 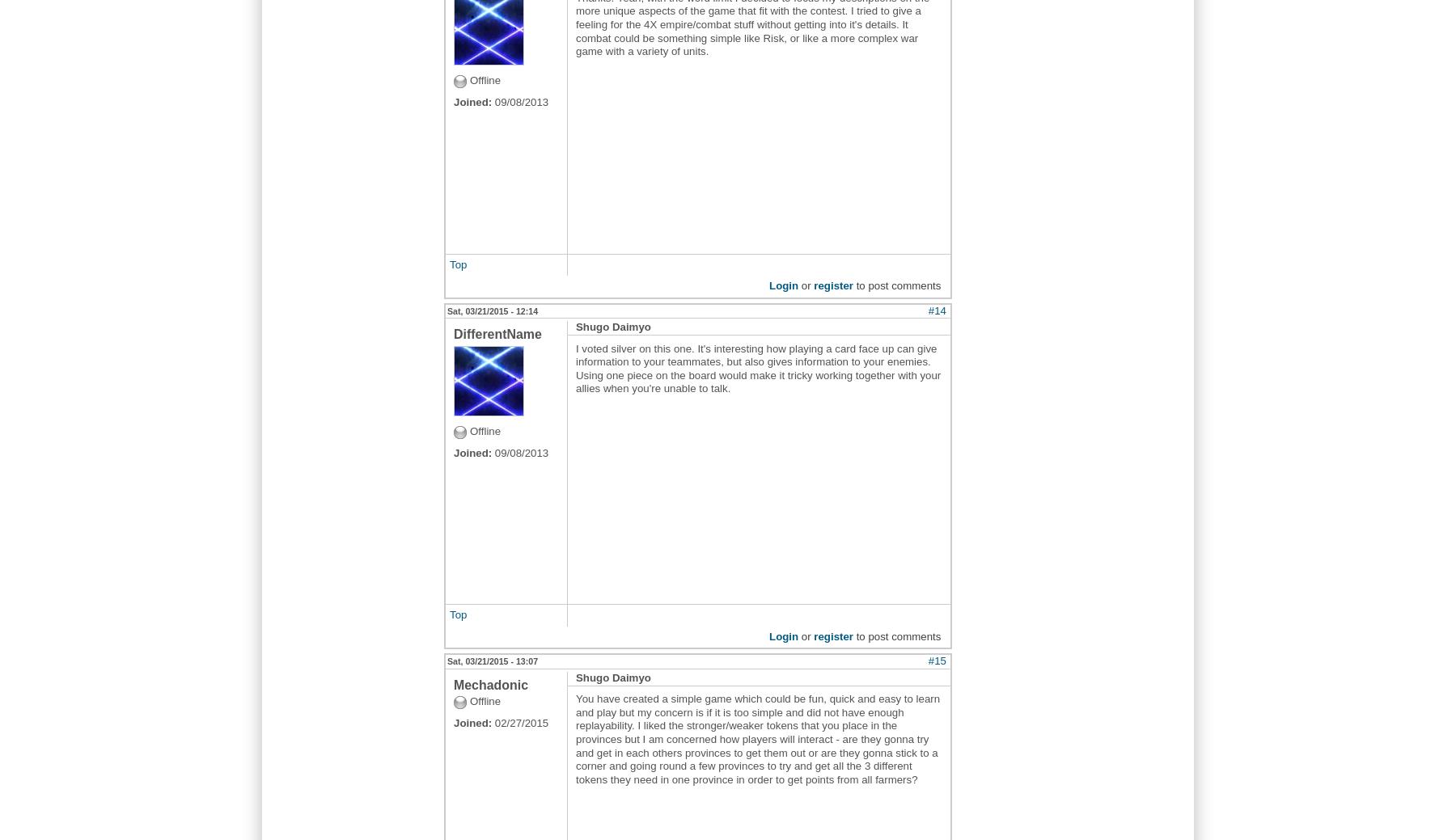 What do you see at coordinates (492, 661) in the screenshot?
I see `'Sat, 03/21/2015 - 13:07'` at bounding box center [492, 661].